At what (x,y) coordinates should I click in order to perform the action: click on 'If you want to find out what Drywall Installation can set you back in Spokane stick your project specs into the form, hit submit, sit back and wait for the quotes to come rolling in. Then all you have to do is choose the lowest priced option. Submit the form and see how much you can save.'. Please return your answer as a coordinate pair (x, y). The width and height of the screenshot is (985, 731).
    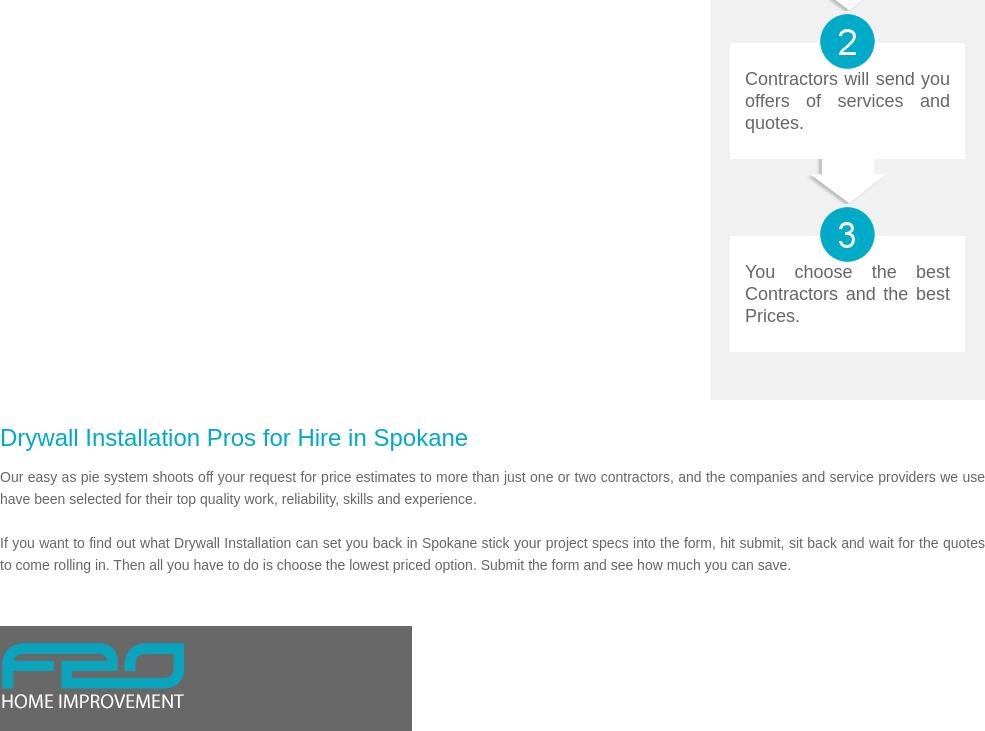
    Looking at the image, I should click on (491, 553).